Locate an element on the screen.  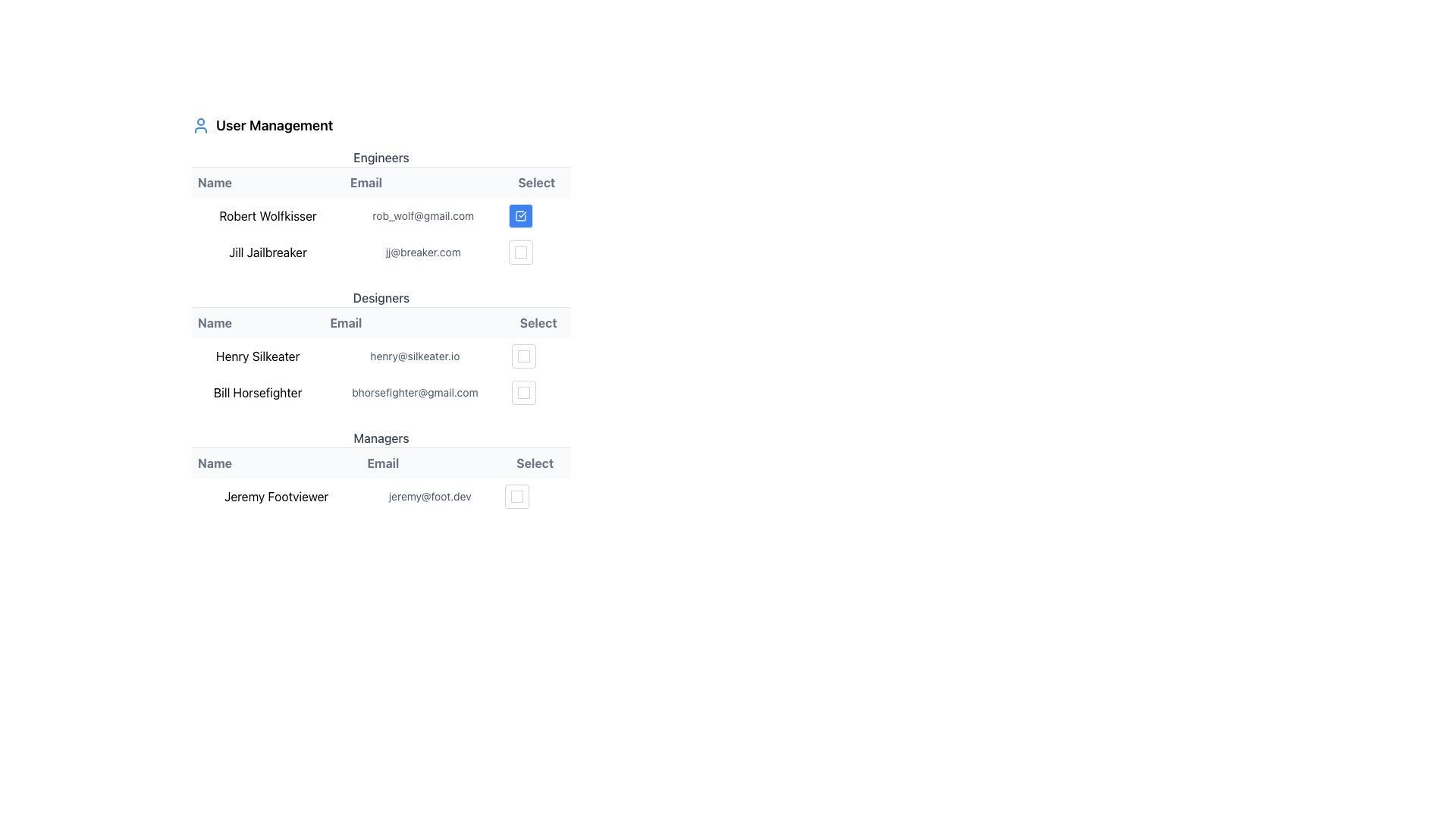
the checkbox located in the rightmost column of the 'Managers' section aligned with the row for 'Jeremy Footviewer' is located at coordinates (535, 497).